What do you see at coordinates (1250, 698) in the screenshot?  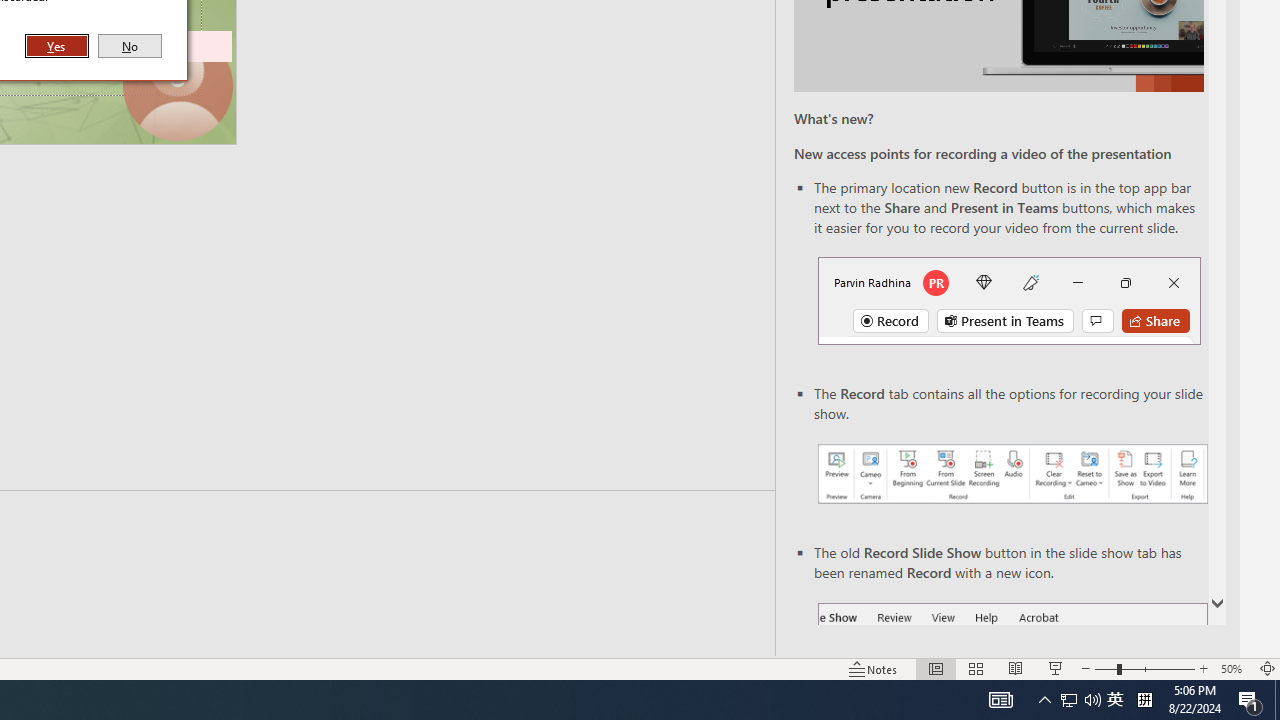 I see `'Action Center, 1 new notification'` at bounding box center [1250, 698].